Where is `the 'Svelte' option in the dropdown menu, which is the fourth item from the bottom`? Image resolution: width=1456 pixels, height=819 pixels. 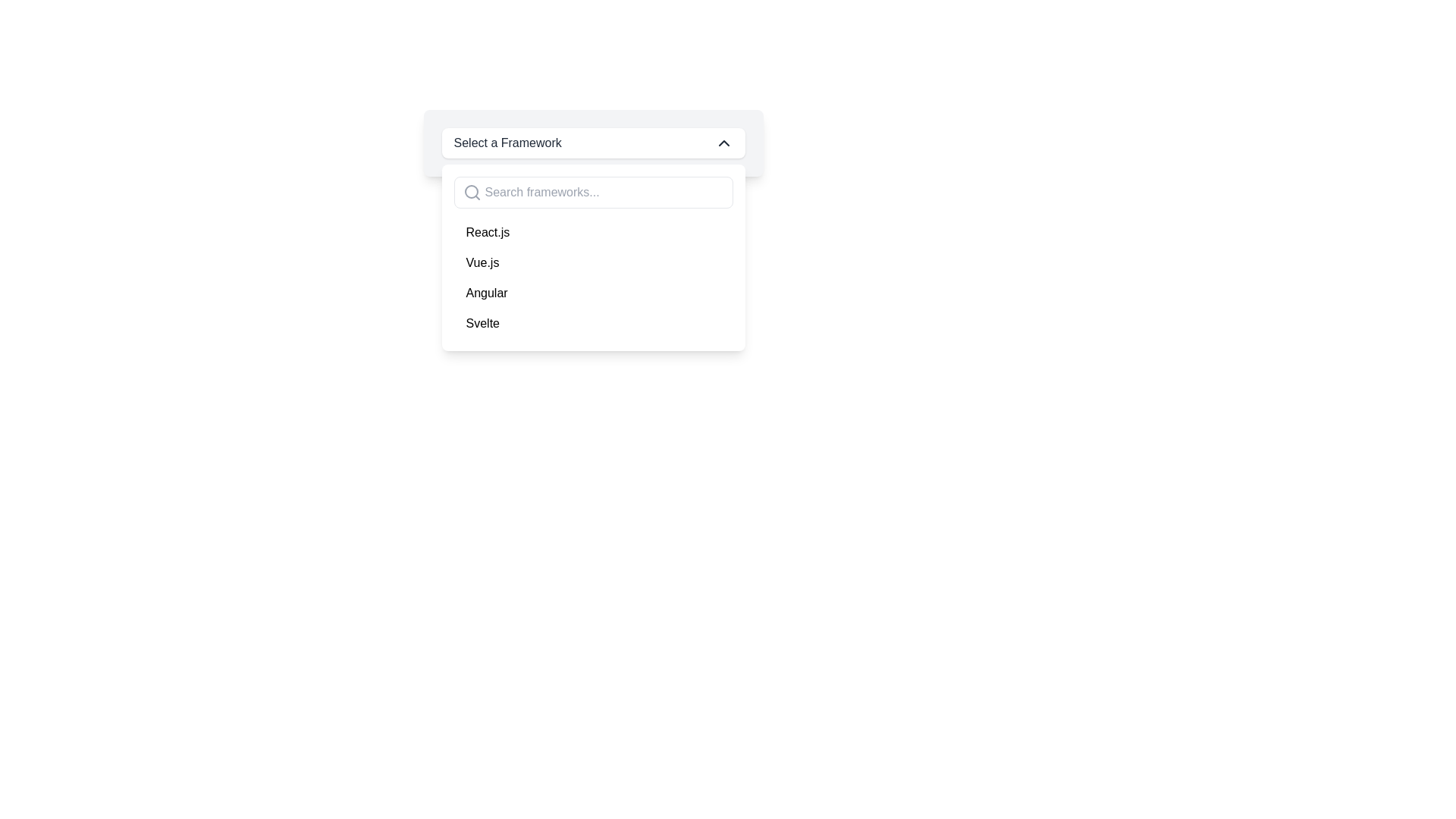
the 'Svelte' option in the dropdown menu, which is the fourth item from the bottom is located at coordinates (592, 323).